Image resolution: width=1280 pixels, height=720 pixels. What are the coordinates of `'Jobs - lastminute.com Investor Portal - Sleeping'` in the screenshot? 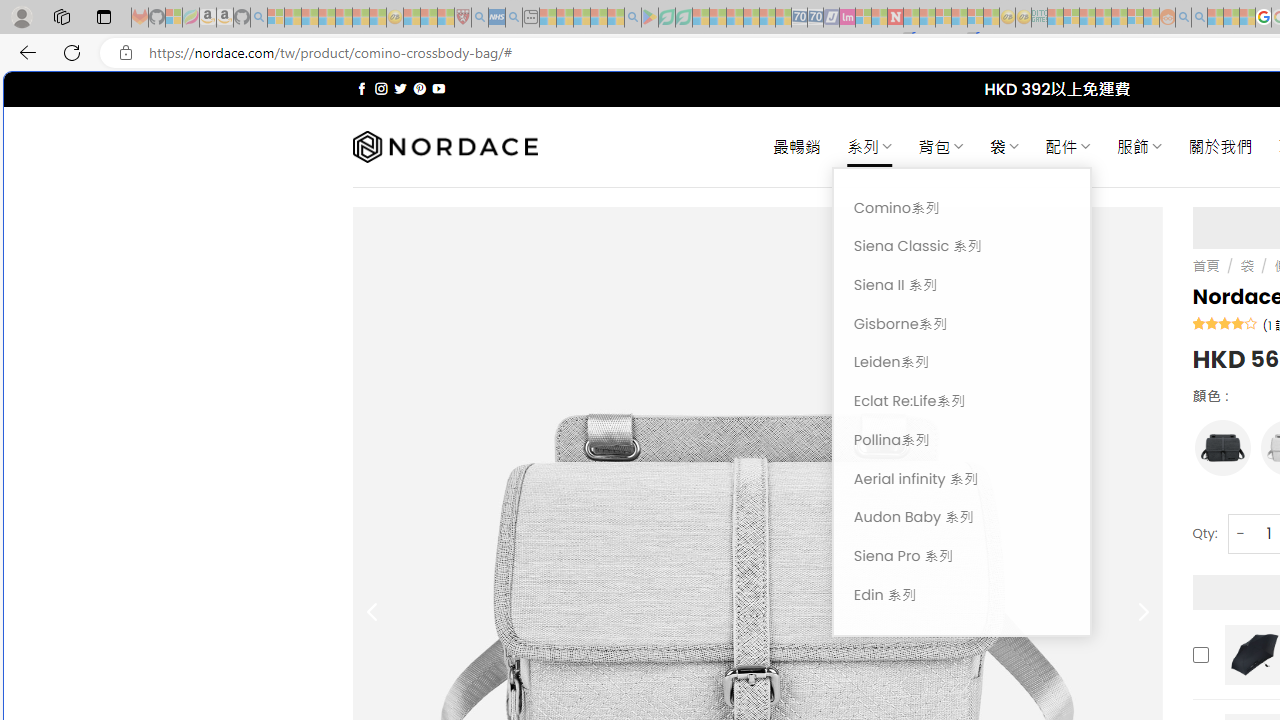 It's located at (847, 17).